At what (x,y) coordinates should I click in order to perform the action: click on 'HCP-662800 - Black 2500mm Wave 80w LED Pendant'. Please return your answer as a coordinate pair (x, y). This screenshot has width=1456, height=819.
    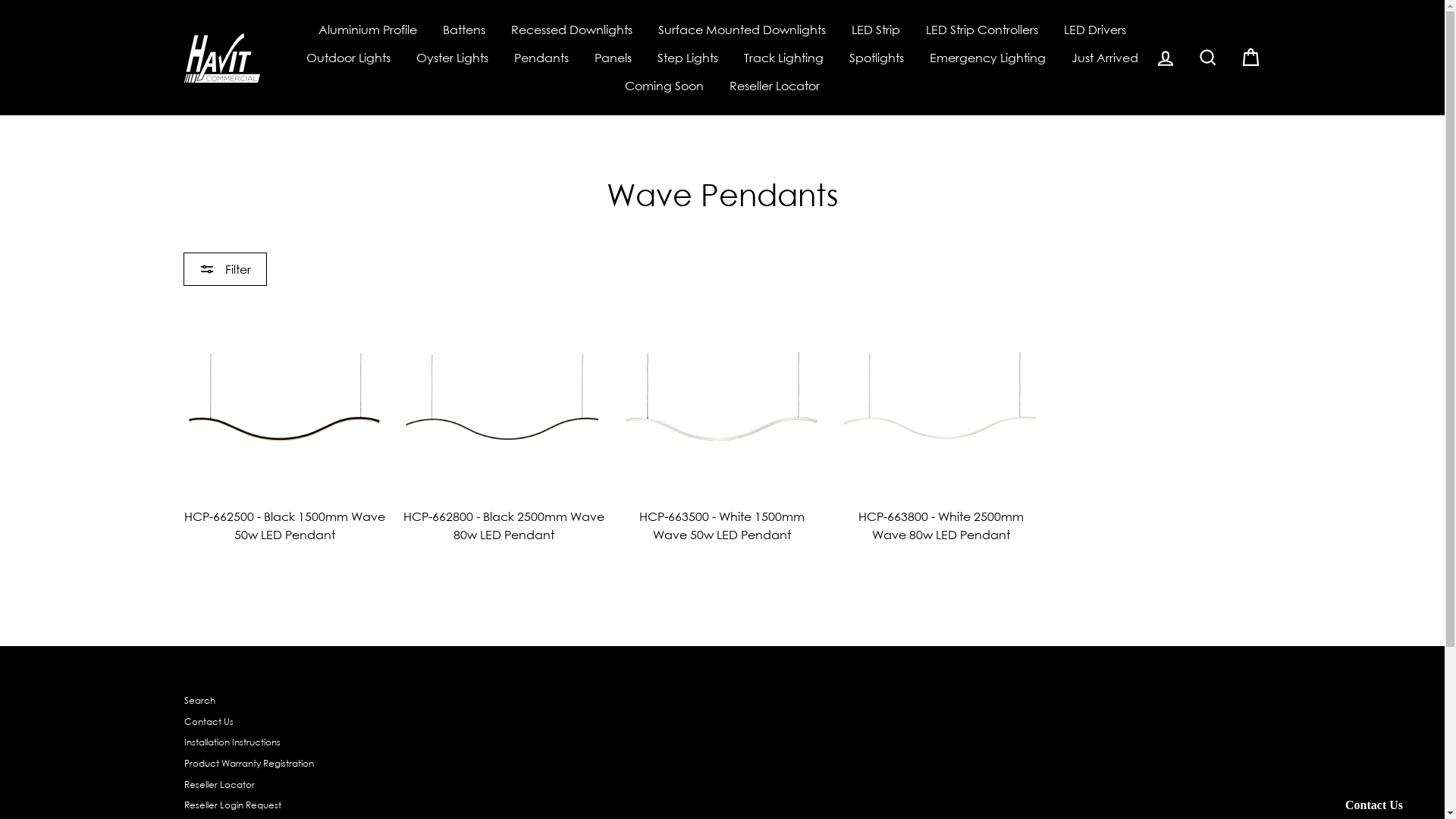
    Looking at the image, I should click on (503, 424).